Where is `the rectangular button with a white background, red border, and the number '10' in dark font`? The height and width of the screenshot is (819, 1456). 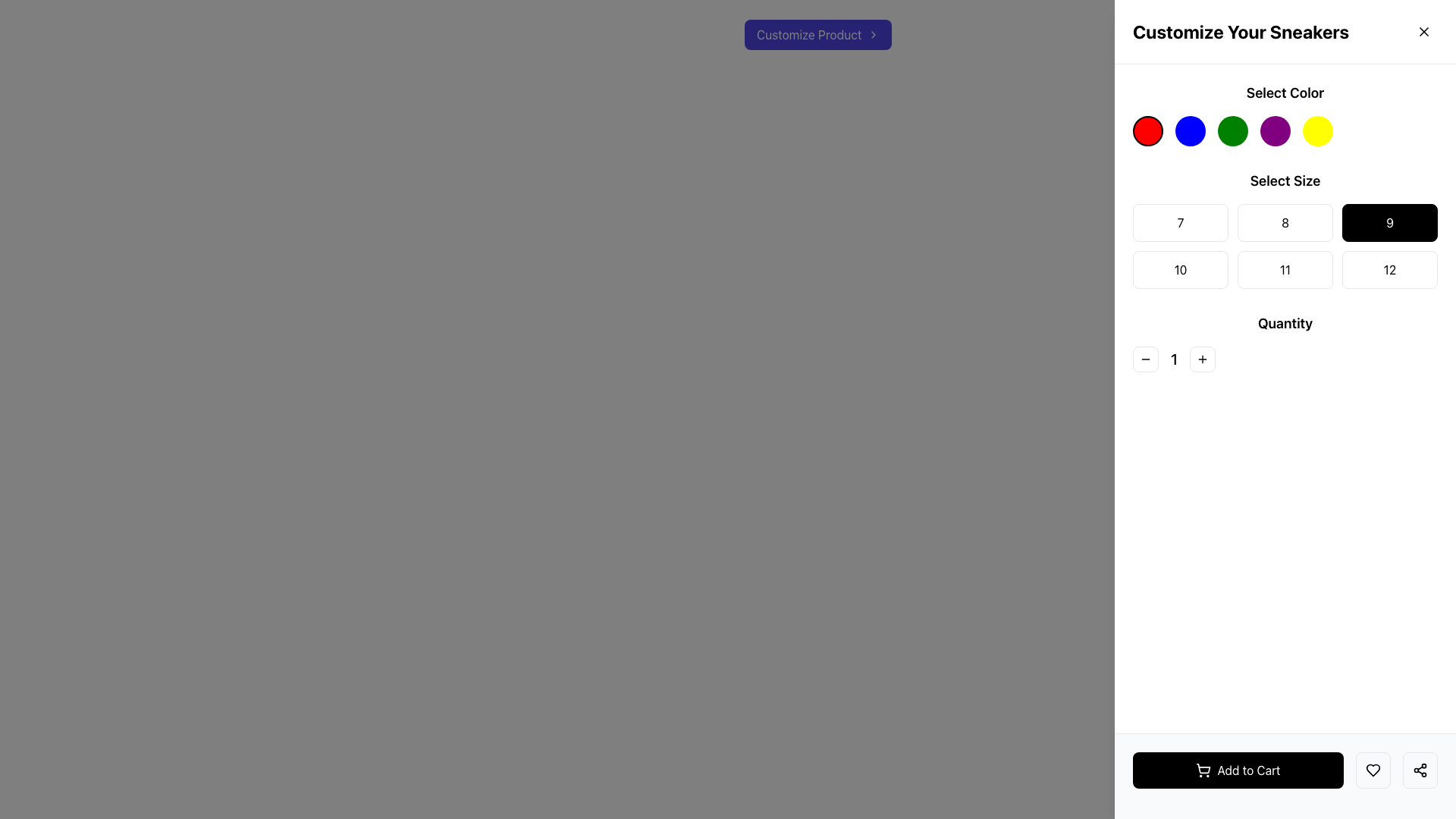
the rectangular button with a white background, red border, and the number '10' in dark font is located at coordinates (1179, 268).